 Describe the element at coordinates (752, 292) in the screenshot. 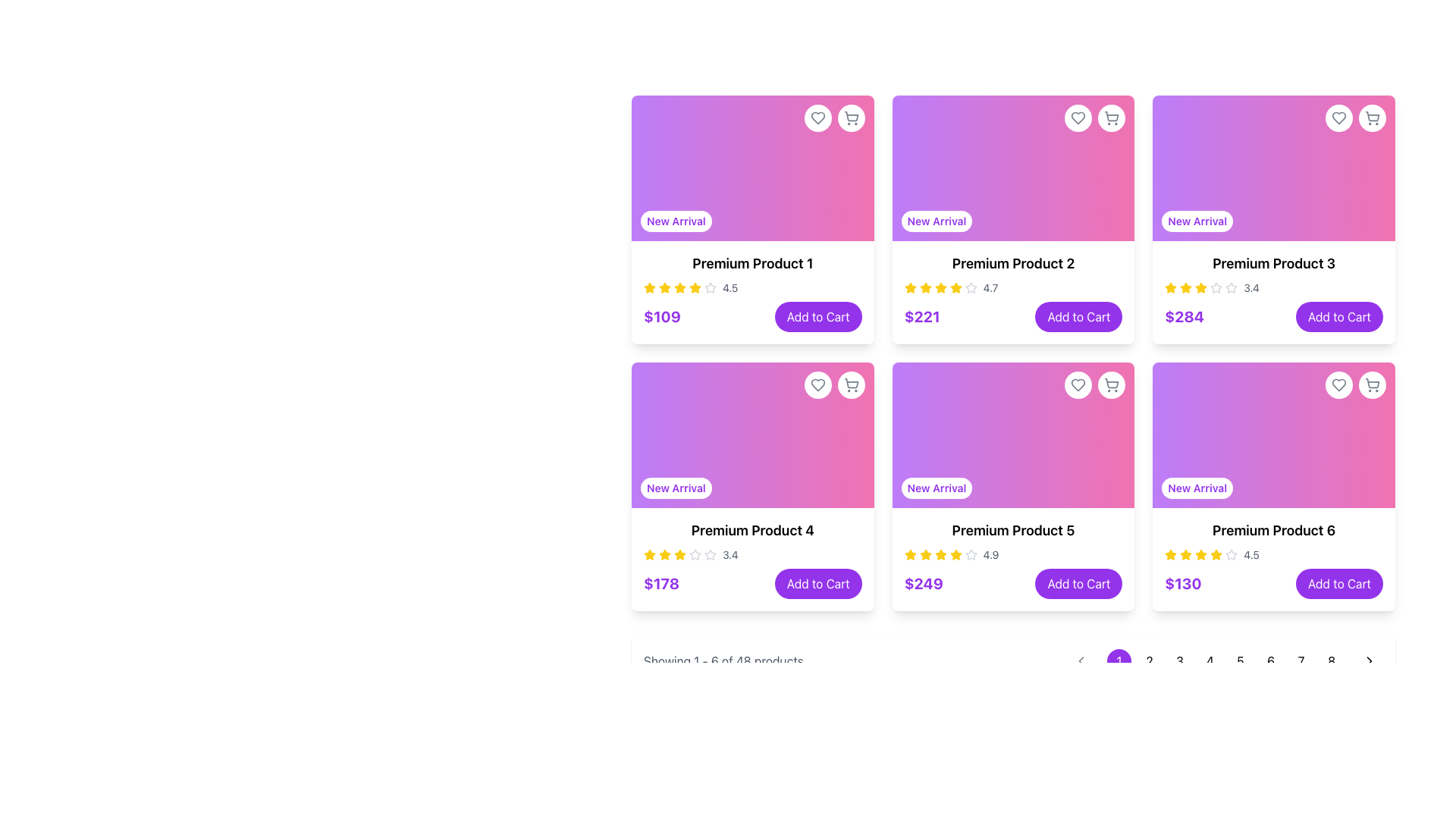

I see `the yellow stars in the 'Premium Product 1' card` at that location.